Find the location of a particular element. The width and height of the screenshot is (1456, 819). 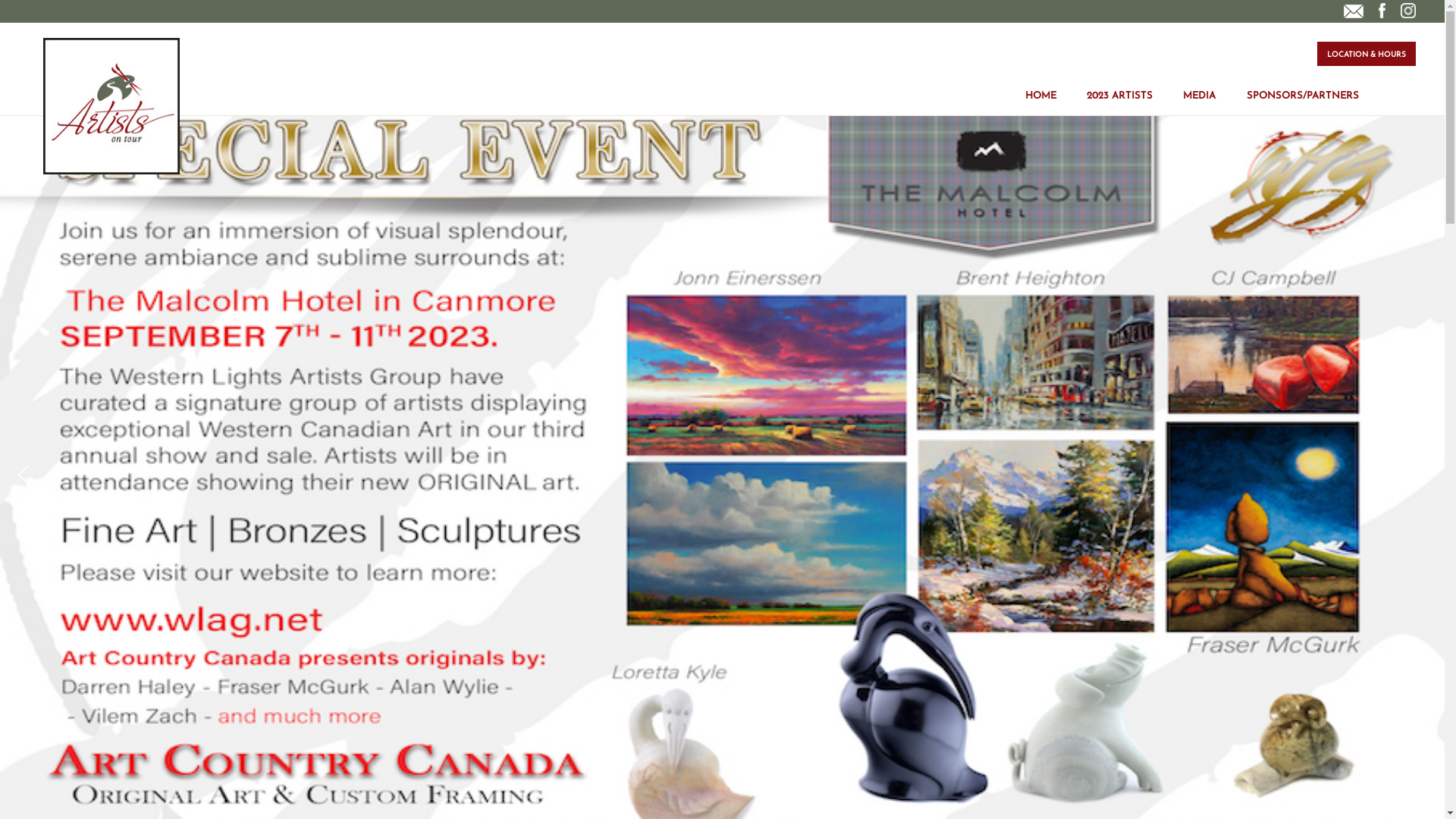

'SPONSORS/PARTNERS' is located at coordinates (1302, 84).